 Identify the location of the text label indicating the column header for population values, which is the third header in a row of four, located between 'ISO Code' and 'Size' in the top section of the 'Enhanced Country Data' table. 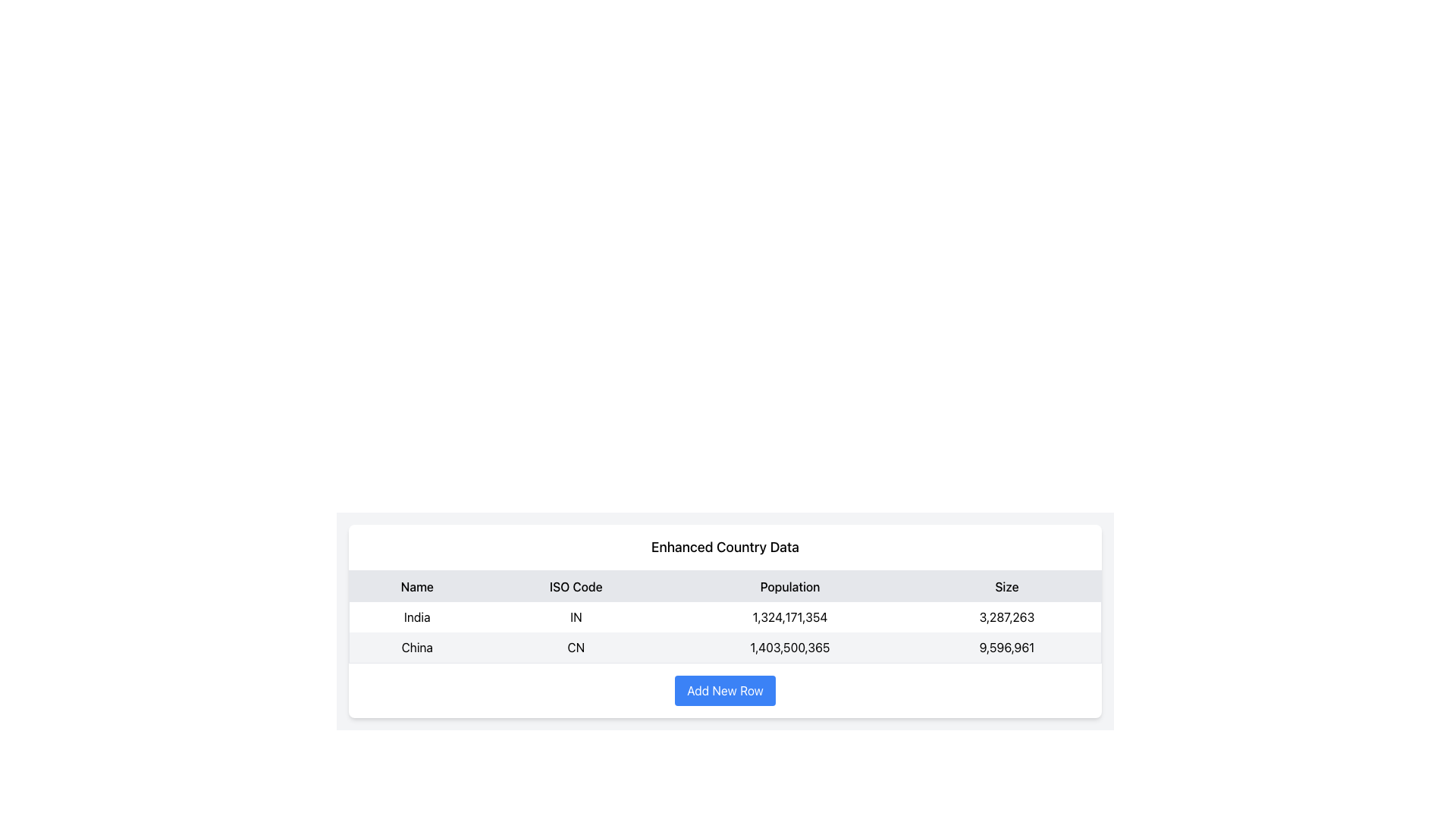
(789, 585).